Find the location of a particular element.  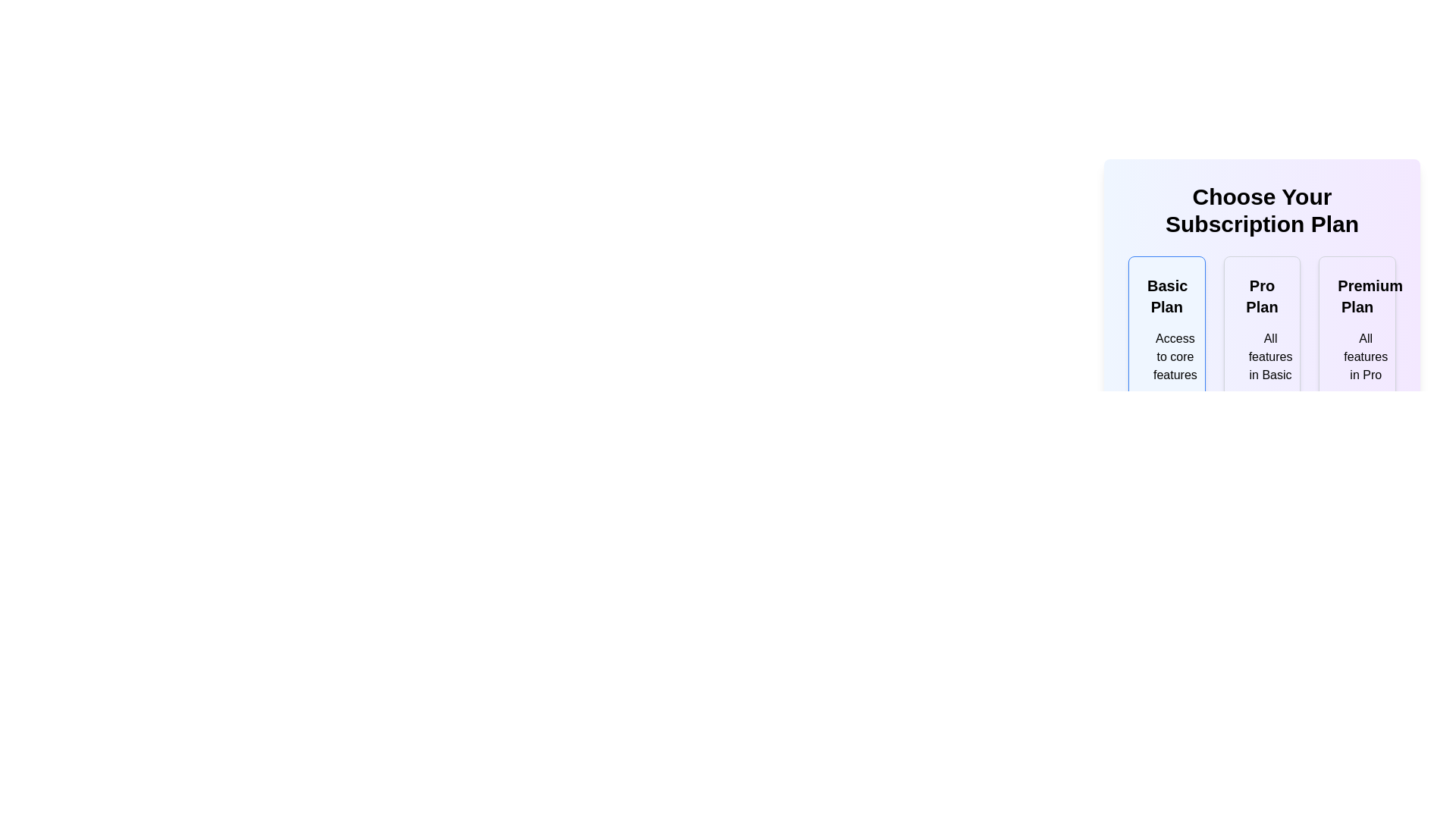

the text label 'All features in Basic' located in the 'Pro Plan' section, which is styled as standard text and part of a vertical list of elements is located at coordinates (1270, 356).